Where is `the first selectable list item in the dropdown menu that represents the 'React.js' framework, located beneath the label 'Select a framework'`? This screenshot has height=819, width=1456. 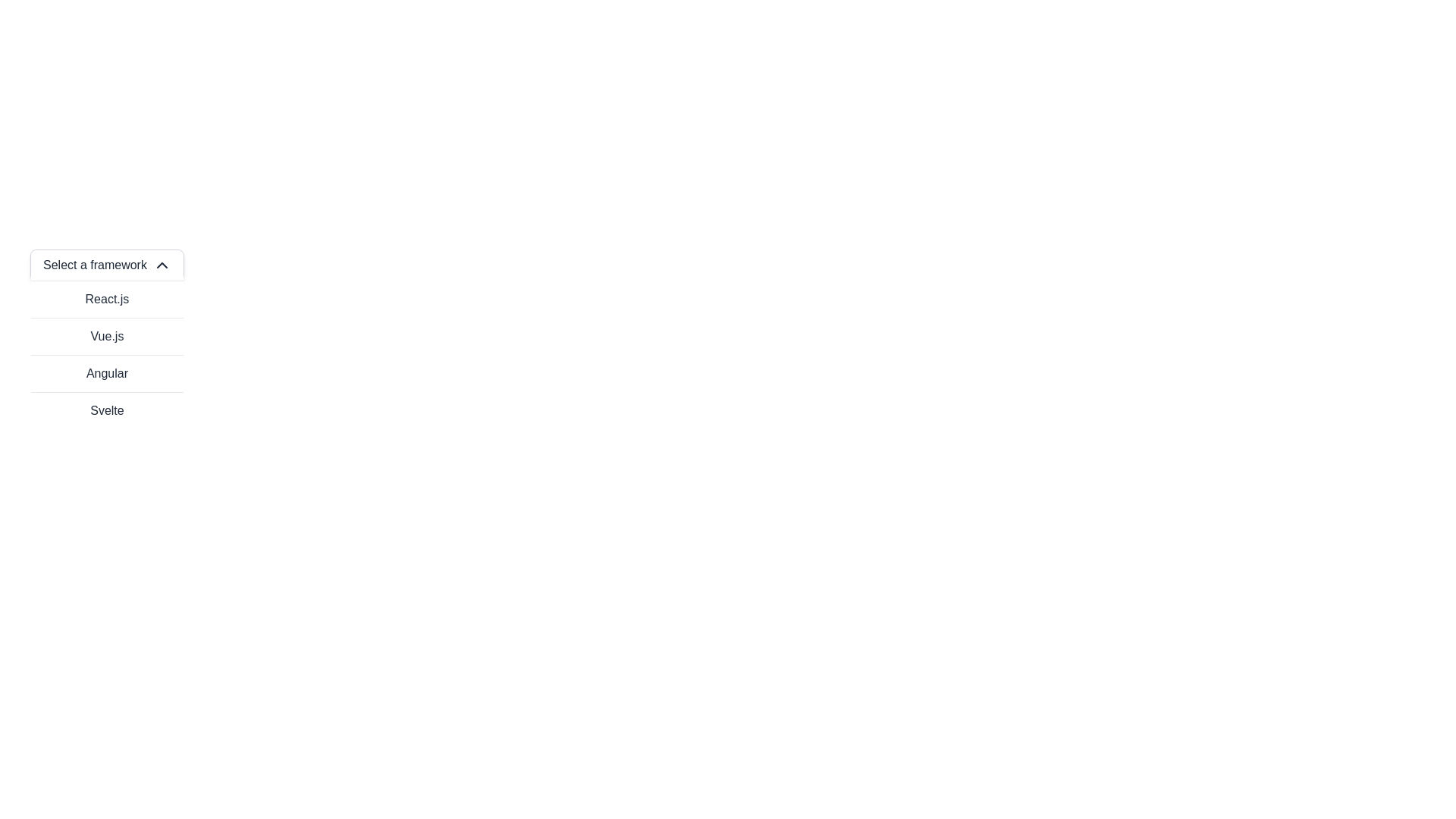
the first selectable list item in the dropdown menu that represents the 'React.js' framework, located beneath the label 'Select a framework' is located at coordinates (106, 299).